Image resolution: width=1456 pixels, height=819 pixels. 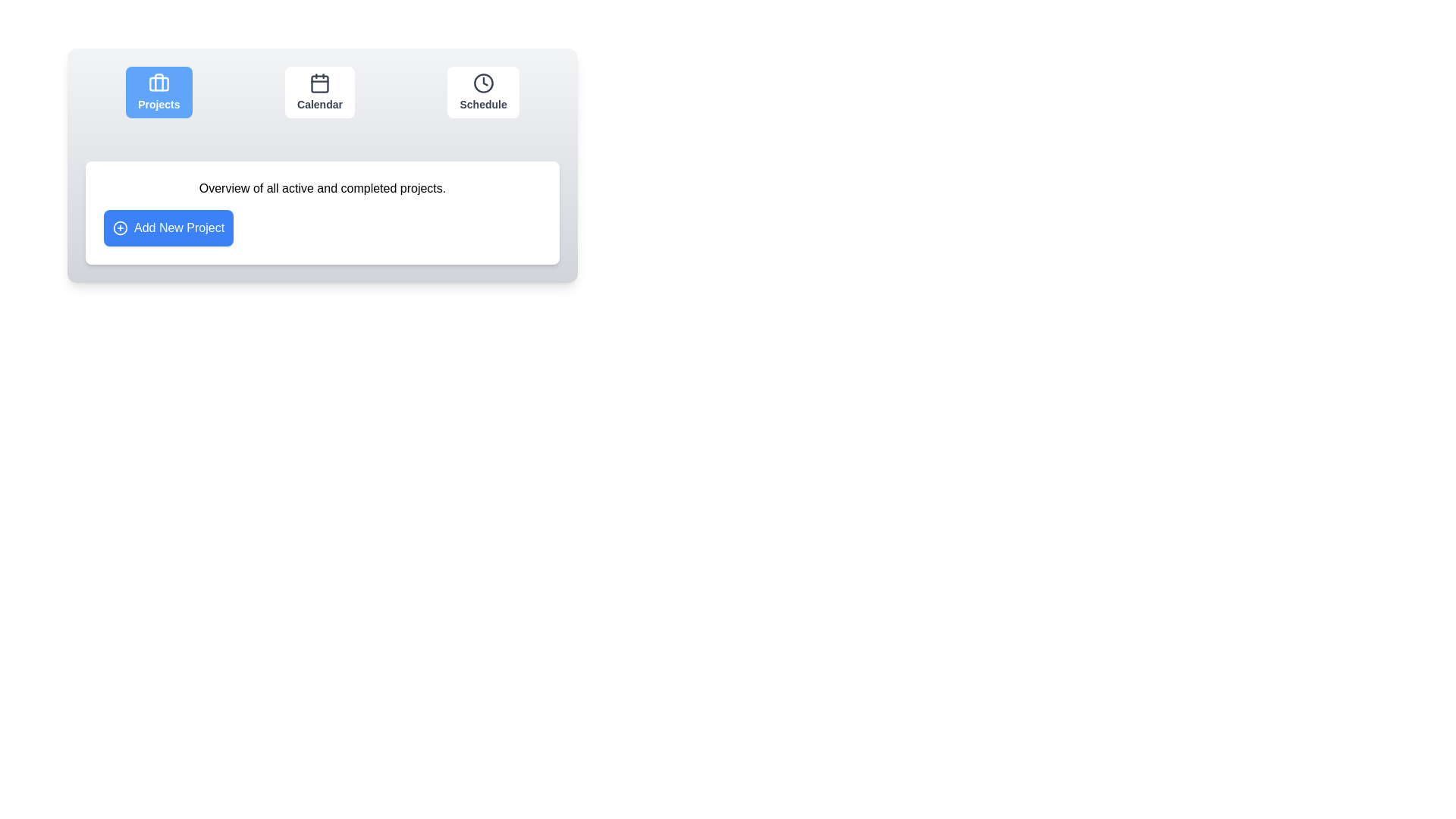 I want to click on the Projects button to observe visual feedback, so click(x=158, y=93).